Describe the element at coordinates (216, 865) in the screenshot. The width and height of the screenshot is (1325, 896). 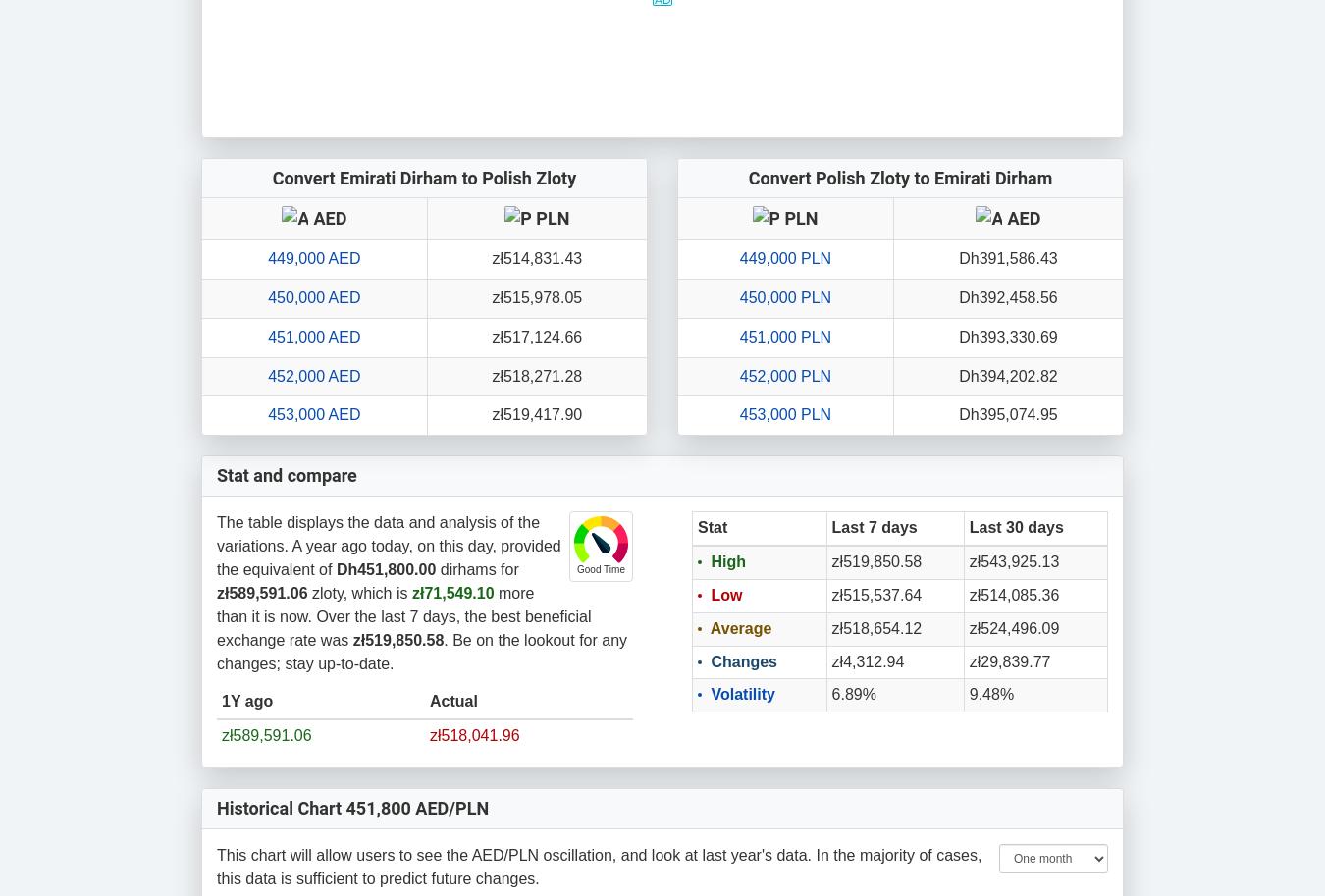
I see `'This chart will allow users to see the AED/PLN oscillation, and look at last year's data. In the majority of cases, this data is sufficient to predict future changes.'` at that location.